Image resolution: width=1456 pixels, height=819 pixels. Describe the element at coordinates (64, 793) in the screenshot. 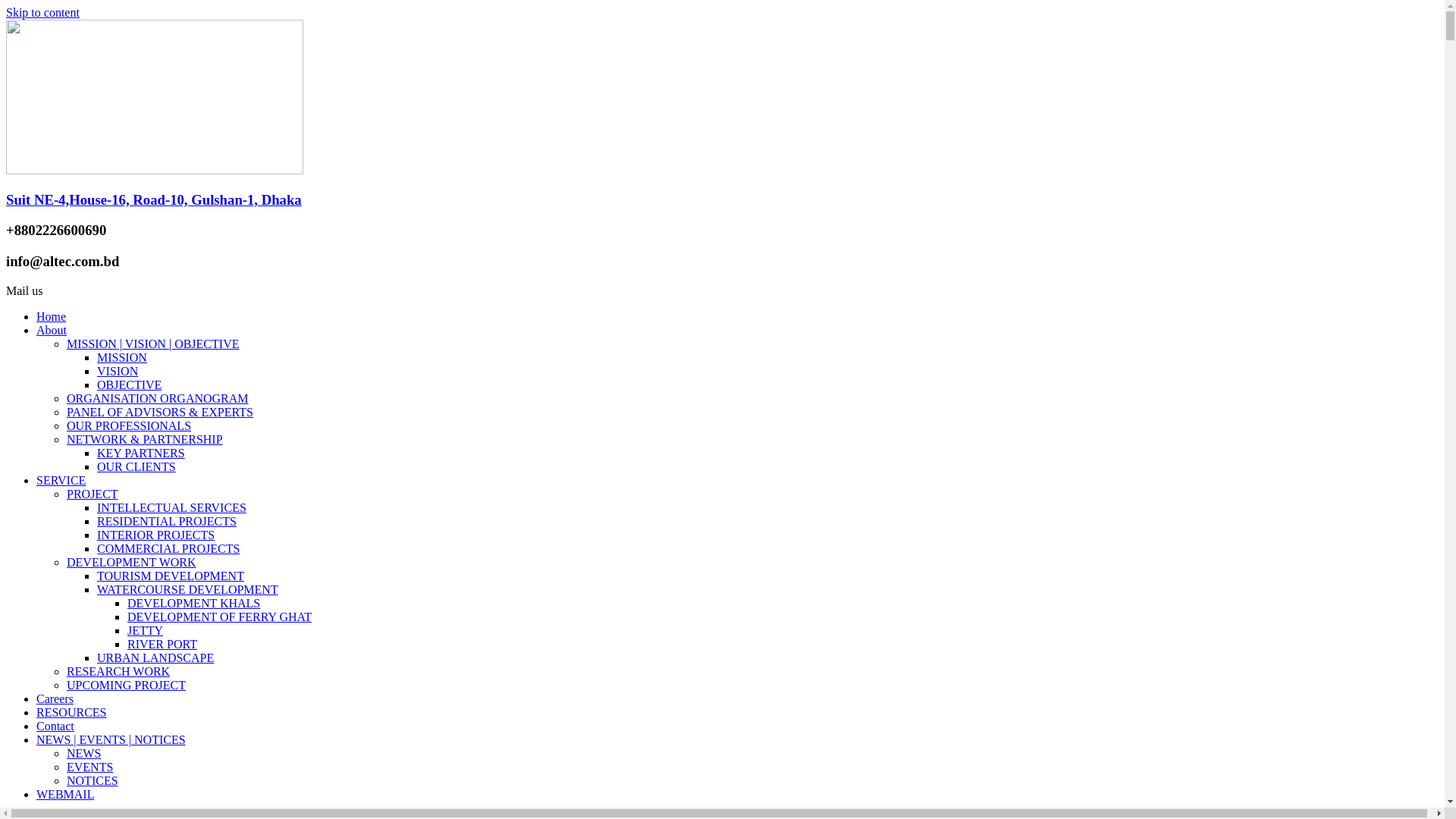

I see `'WEBMAIL'` at that location.